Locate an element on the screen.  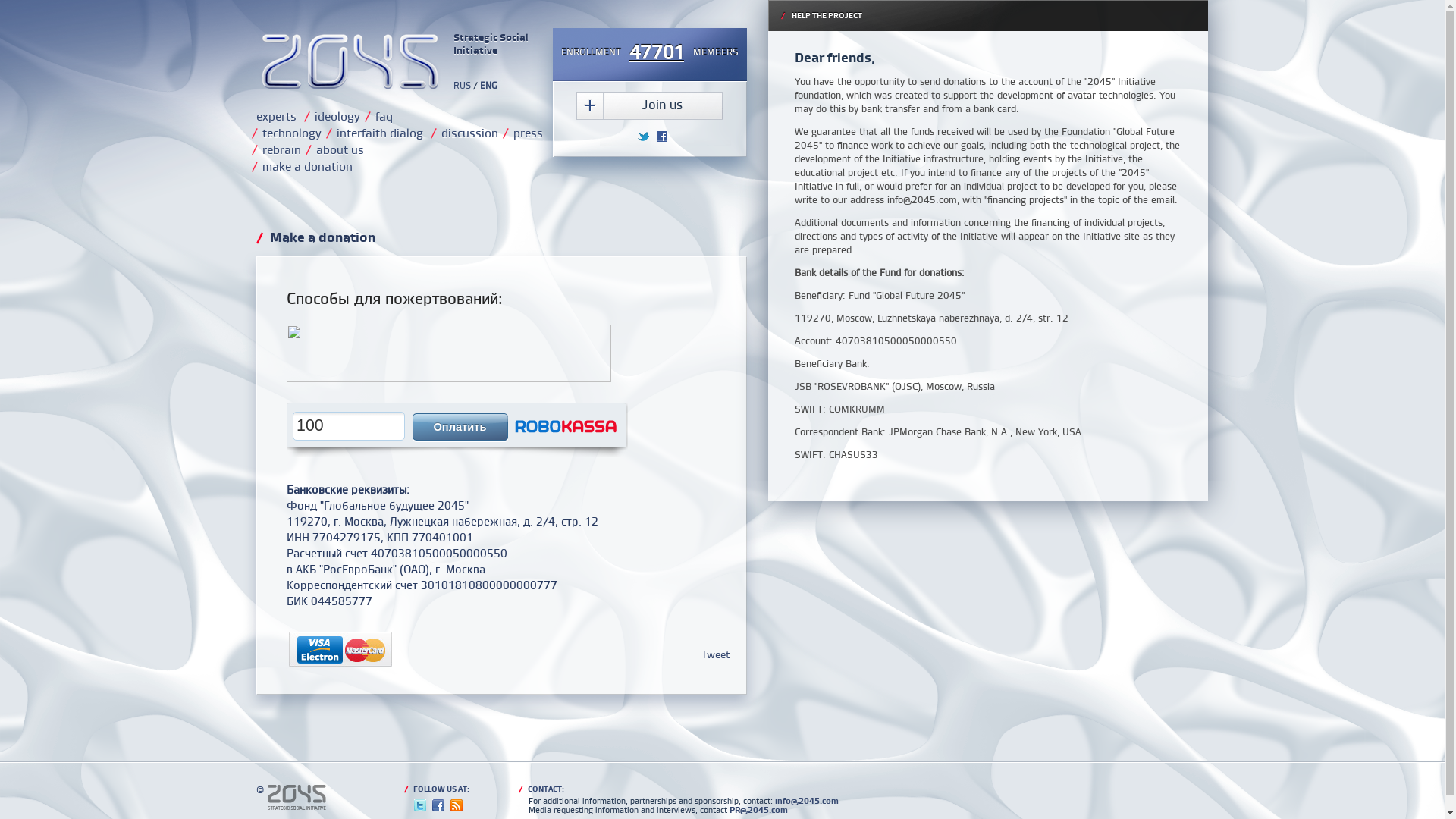
'about us' is located at coordinates (338, 149).